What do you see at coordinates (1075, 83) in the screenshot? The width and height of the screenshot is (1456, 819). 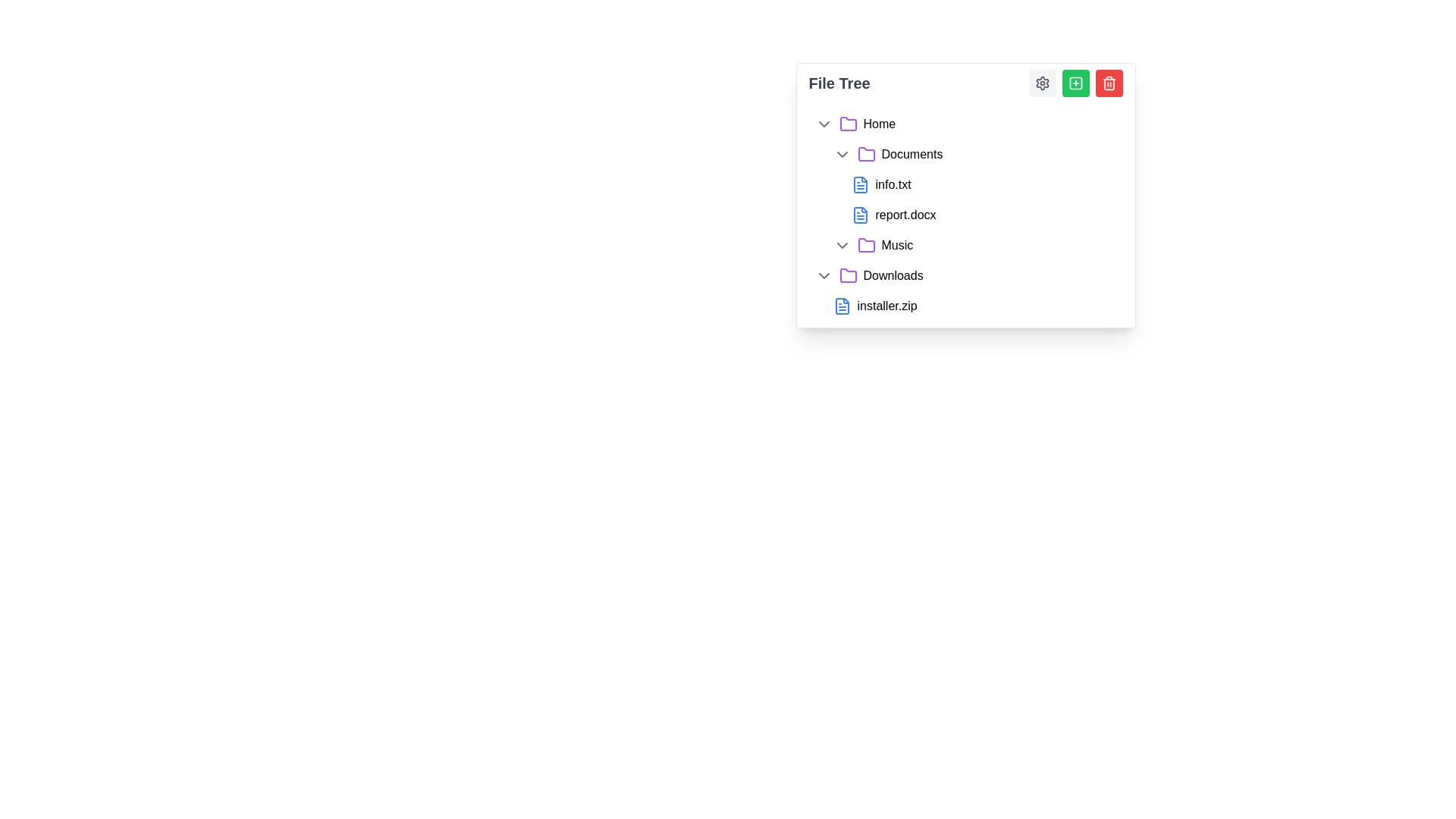 I see `the green button containing the small square graphical element with rounded corners, located in the toolbar above the file tree panel` at bounding box center [1075, 83].